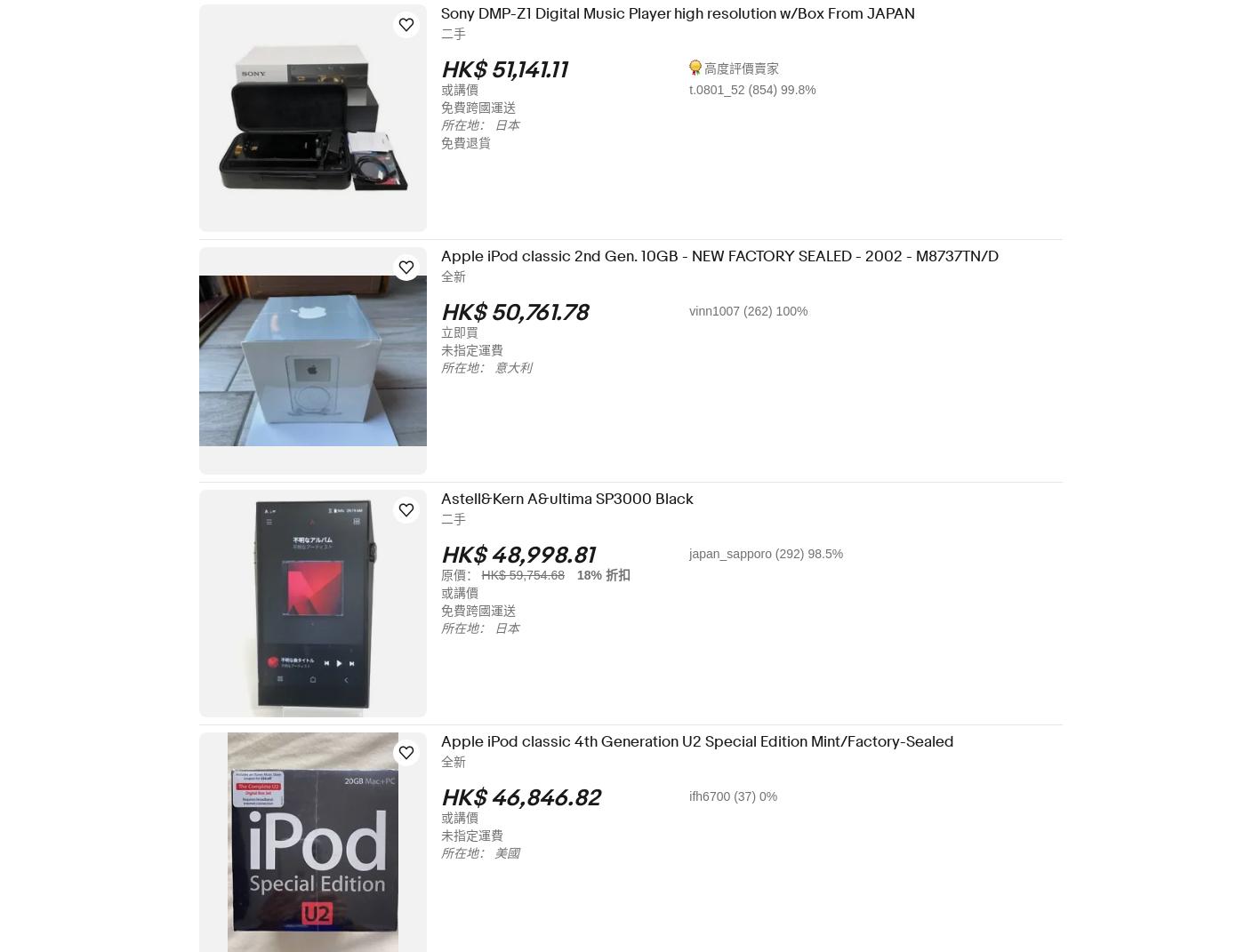 The width and height of the screenshot is (1245, 952). I want to click on 'Apple iPod classic 2nd Gen. 10GB - NEW FACTORY SEALED - 2002 - M8737TN/D', so click(452, 256).